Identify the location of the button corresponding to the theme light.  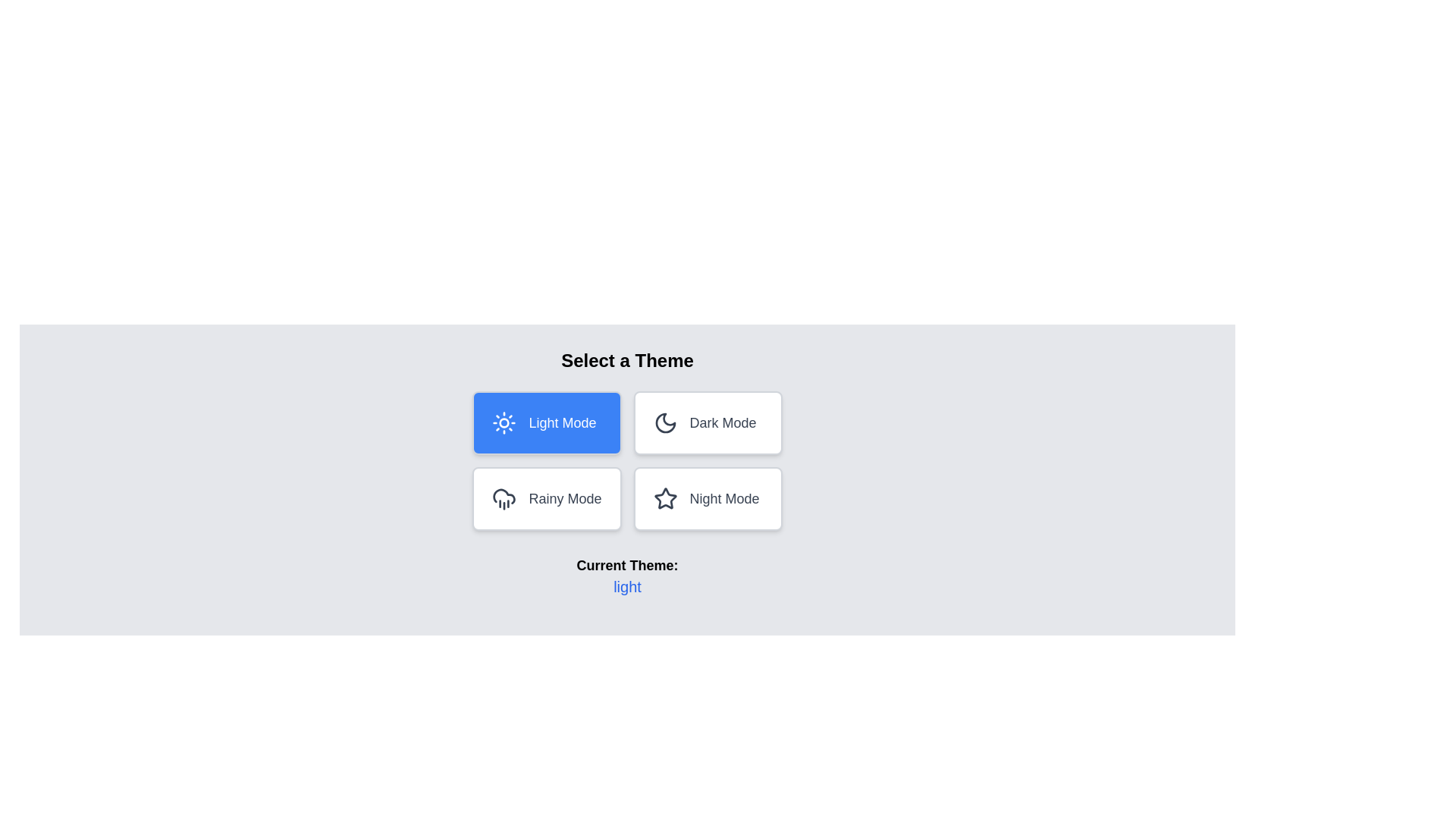
(546, 423).